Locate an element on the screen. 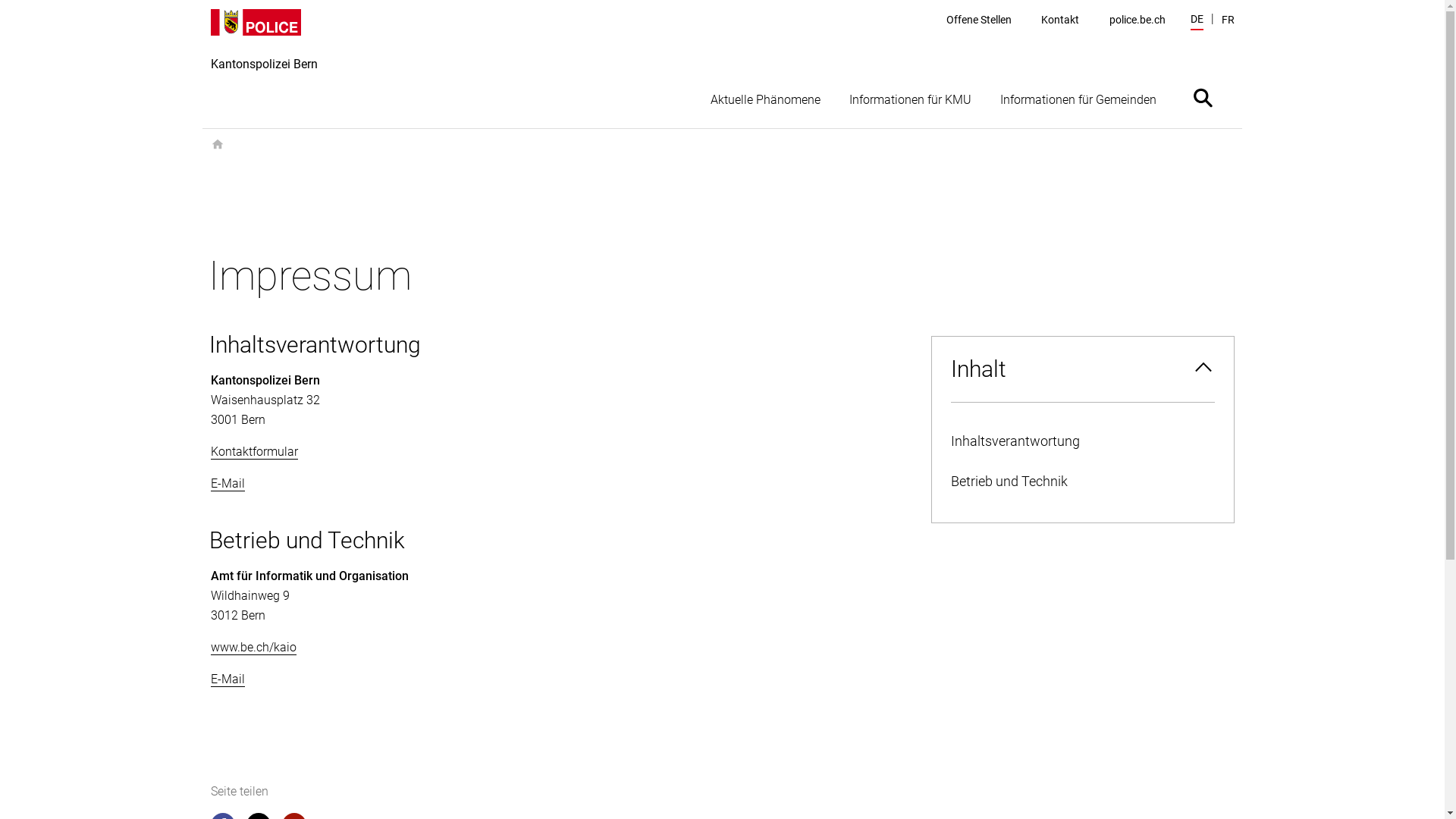 This screenshot has height=819, width=1456. 'police.be.ch' is located at coordinates (1137, 20).